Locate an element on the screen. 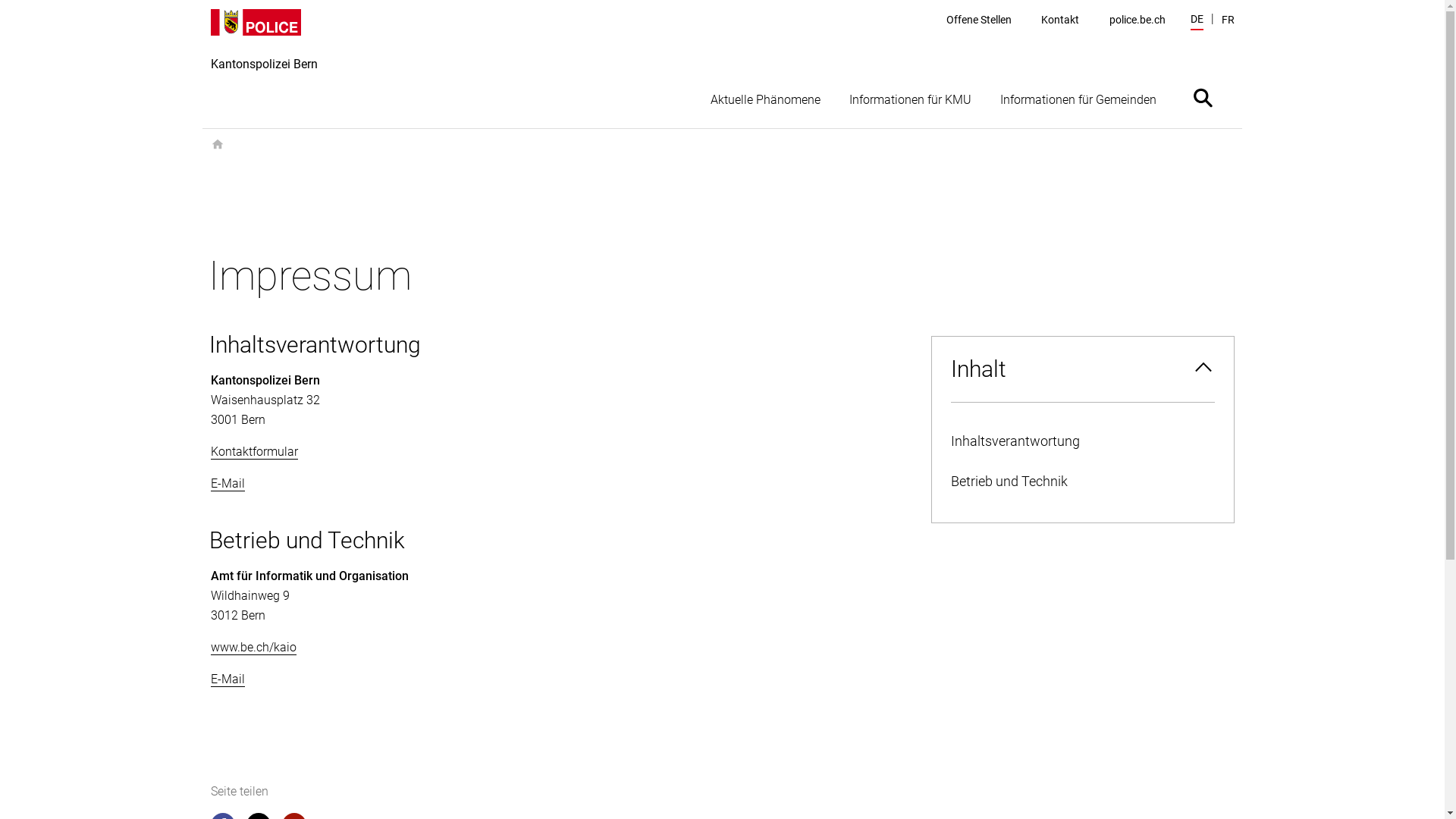 This screenshot has height=819, width=1456. 'police.be.ch' is located at coordinates (1137, 20).